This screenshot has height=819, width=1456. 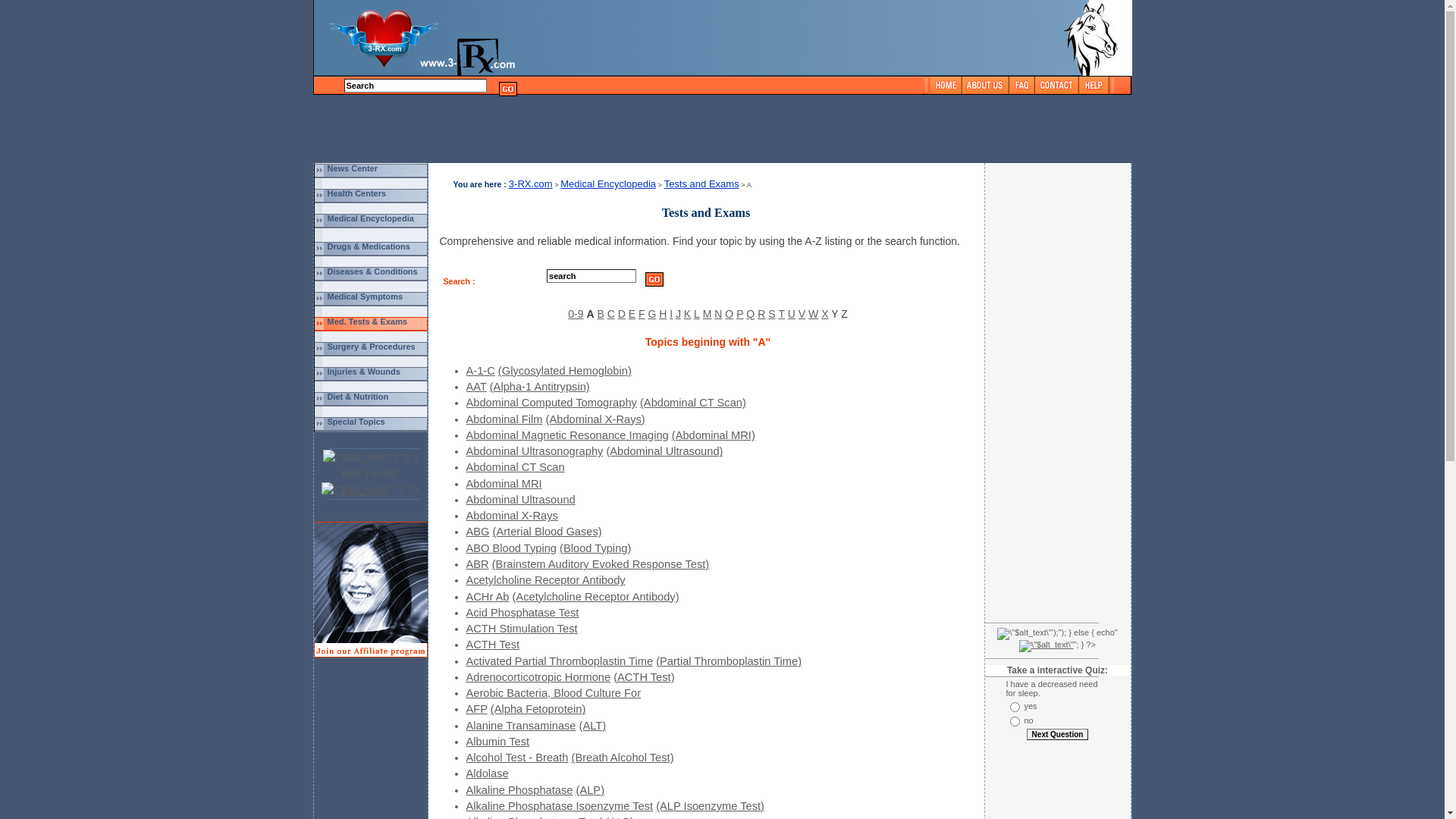 What do you see at coordinates (510, 548) in the screenshot?
I see `'ABO Blood Typing'` at bounding box center [510, 548].